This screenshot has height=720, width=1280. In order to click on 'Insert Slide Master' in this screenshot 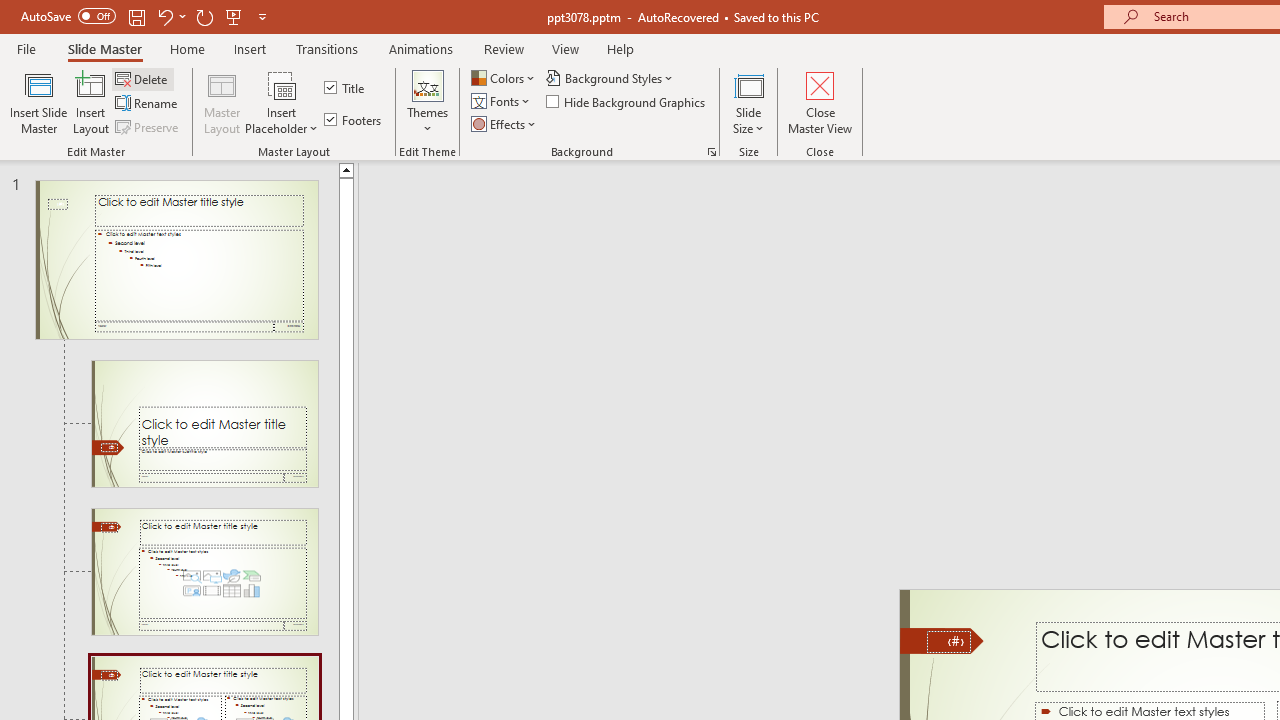, I will do `click(39, 103)`.